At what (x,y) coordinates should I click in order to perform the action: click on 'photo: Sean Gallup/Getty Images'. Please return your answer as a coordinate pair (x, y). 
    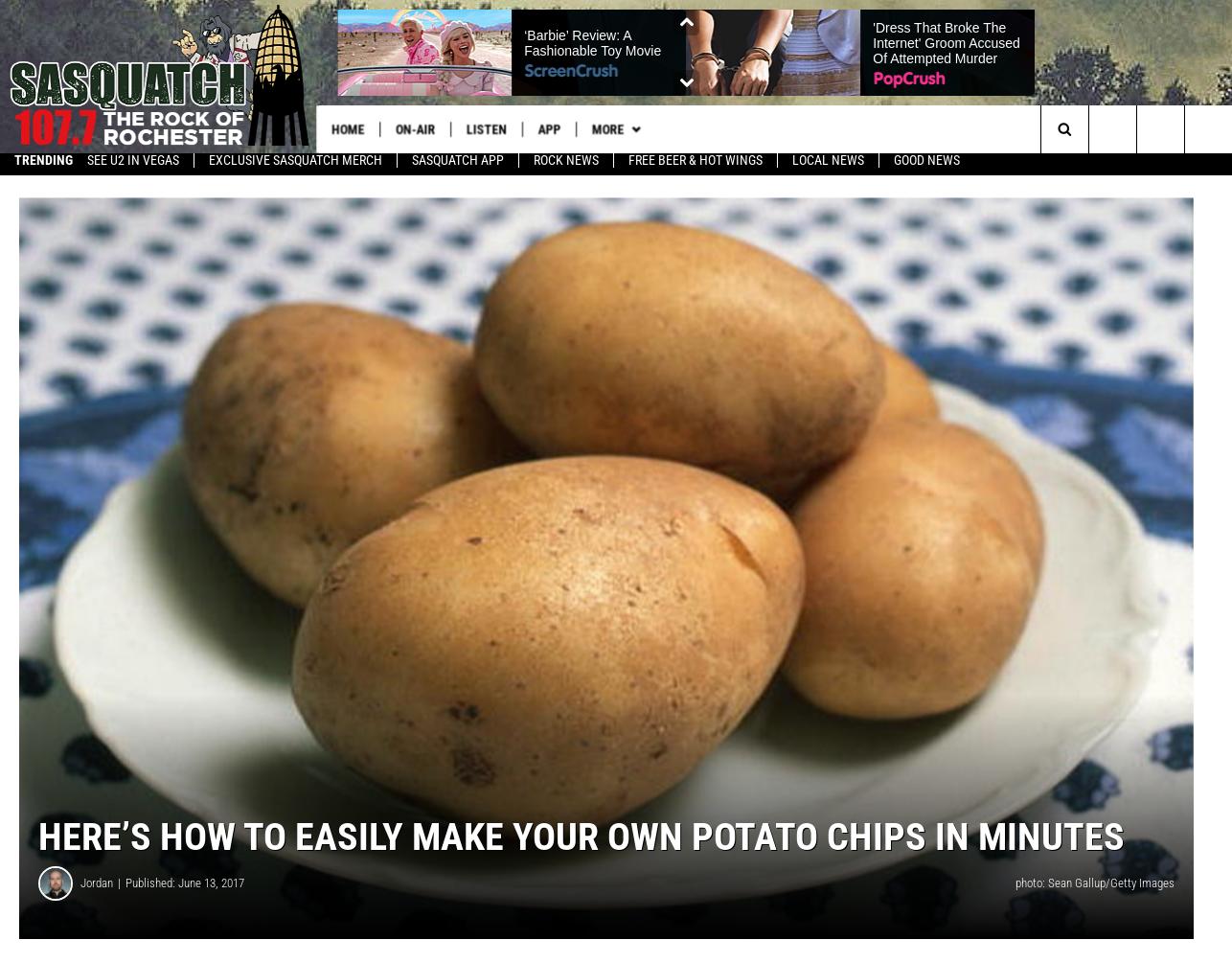
    Looking at the image, I should click on (1093, 890).